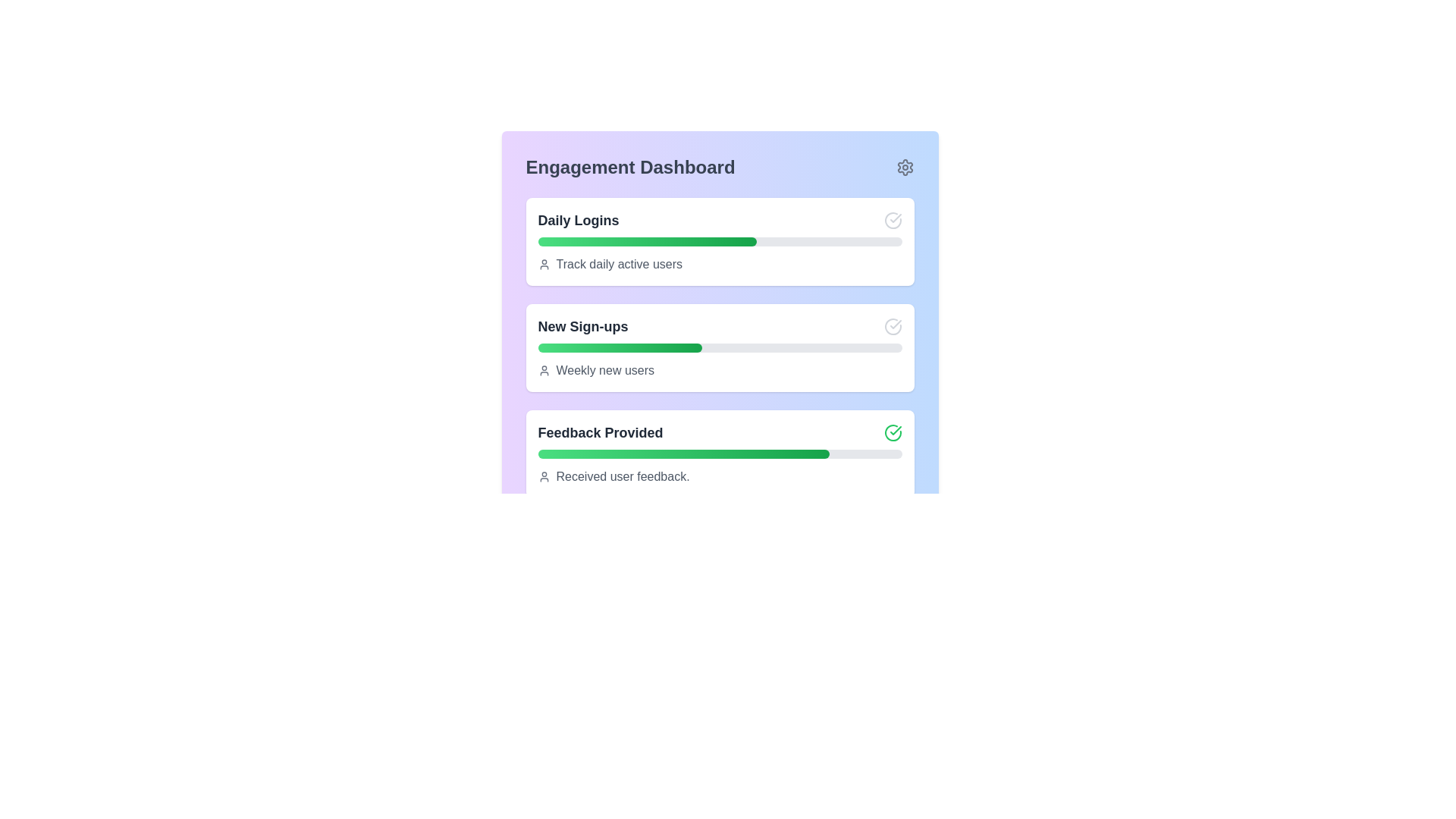  Describe the element at coordinates (905, 167) in the screenshot. I see `the gear-shaped icon representing settings, located to the far right of the 'Engagement Dashboard' header` at that location.